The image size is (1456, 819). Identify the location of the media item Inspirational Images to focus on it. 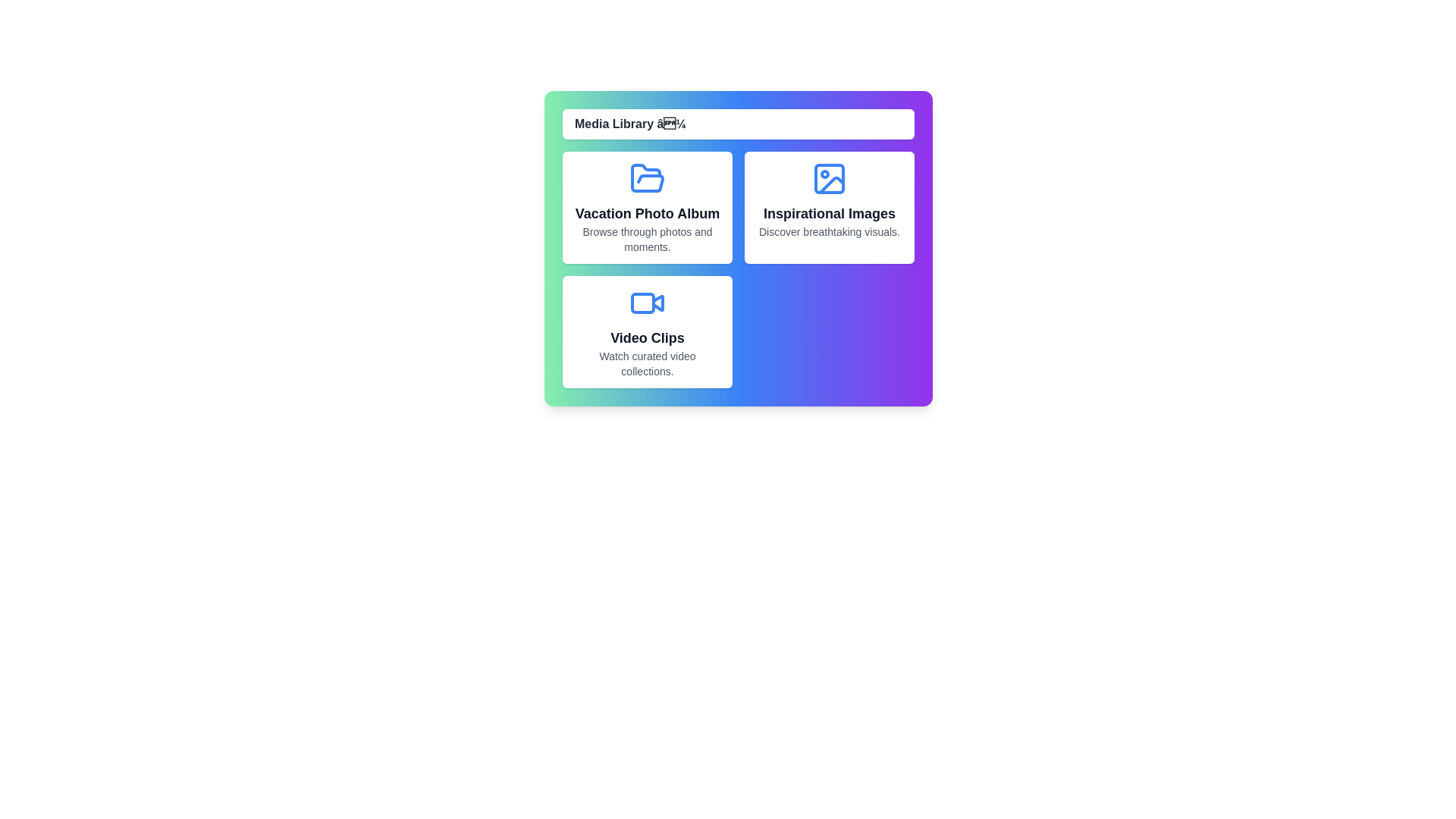
(829, 207).